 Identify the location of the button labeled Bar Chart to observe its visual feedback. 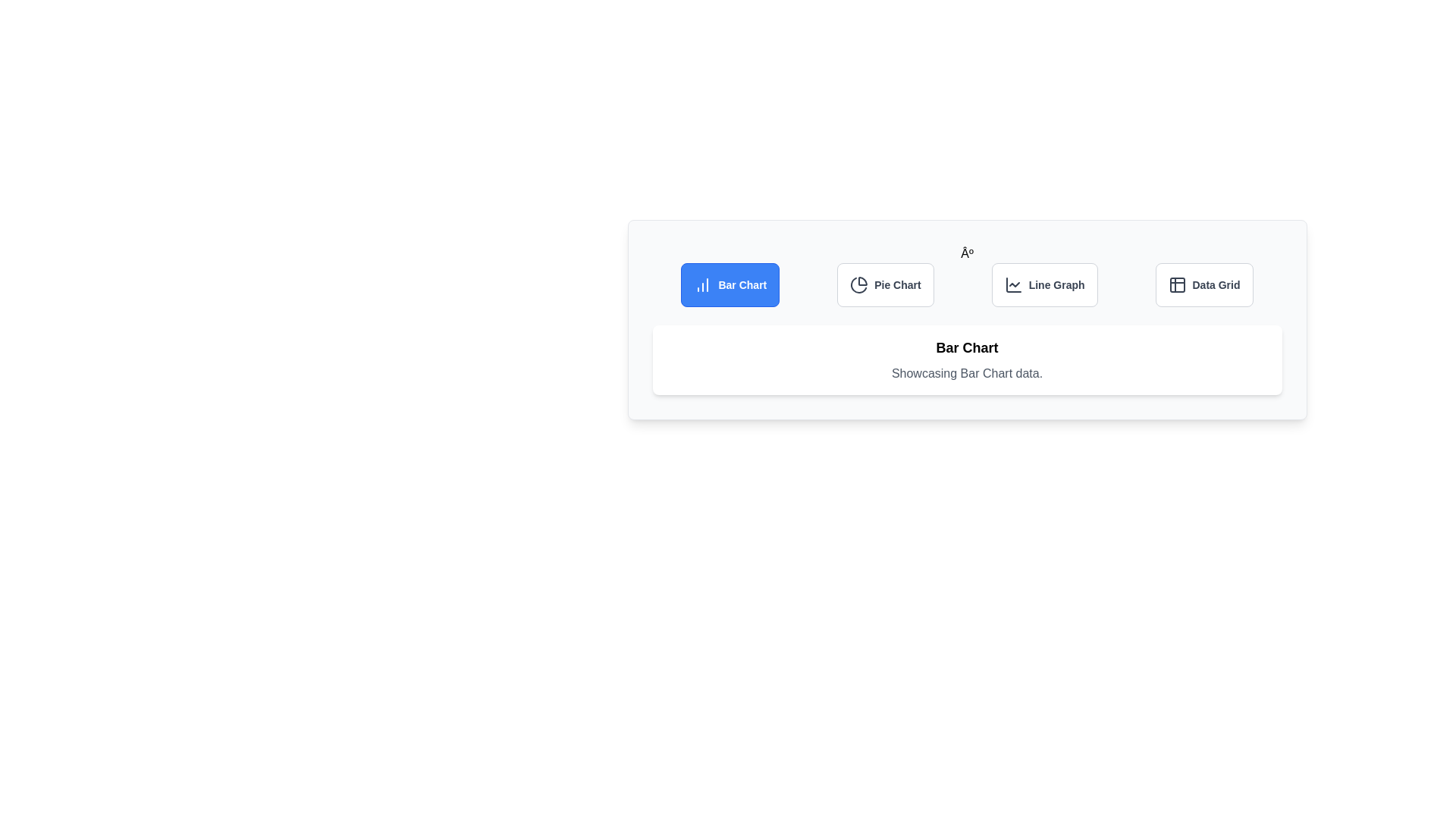
(730, 284).